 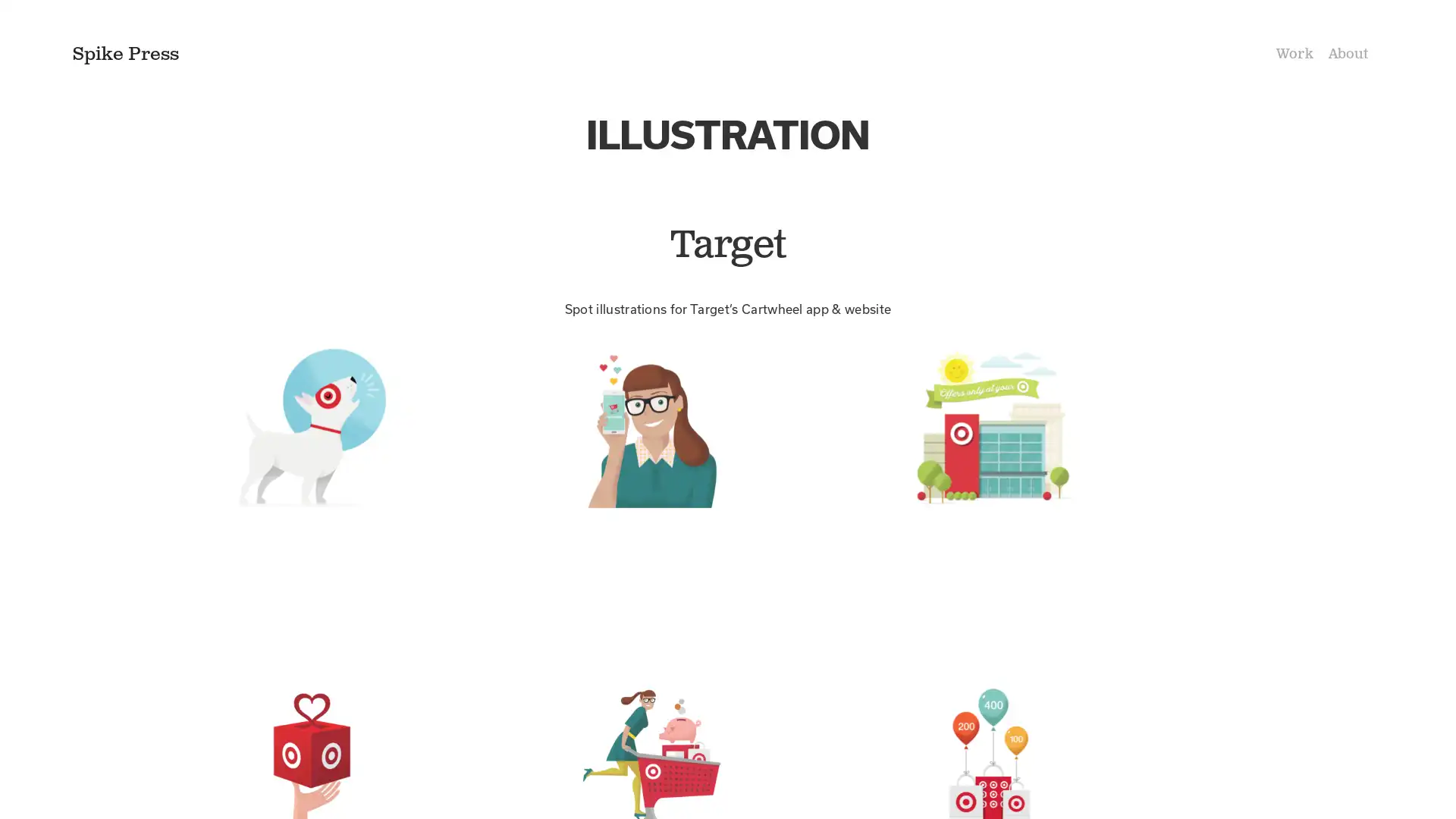 I want to click on View fullsize 02.png, so click(x=726, y=500).